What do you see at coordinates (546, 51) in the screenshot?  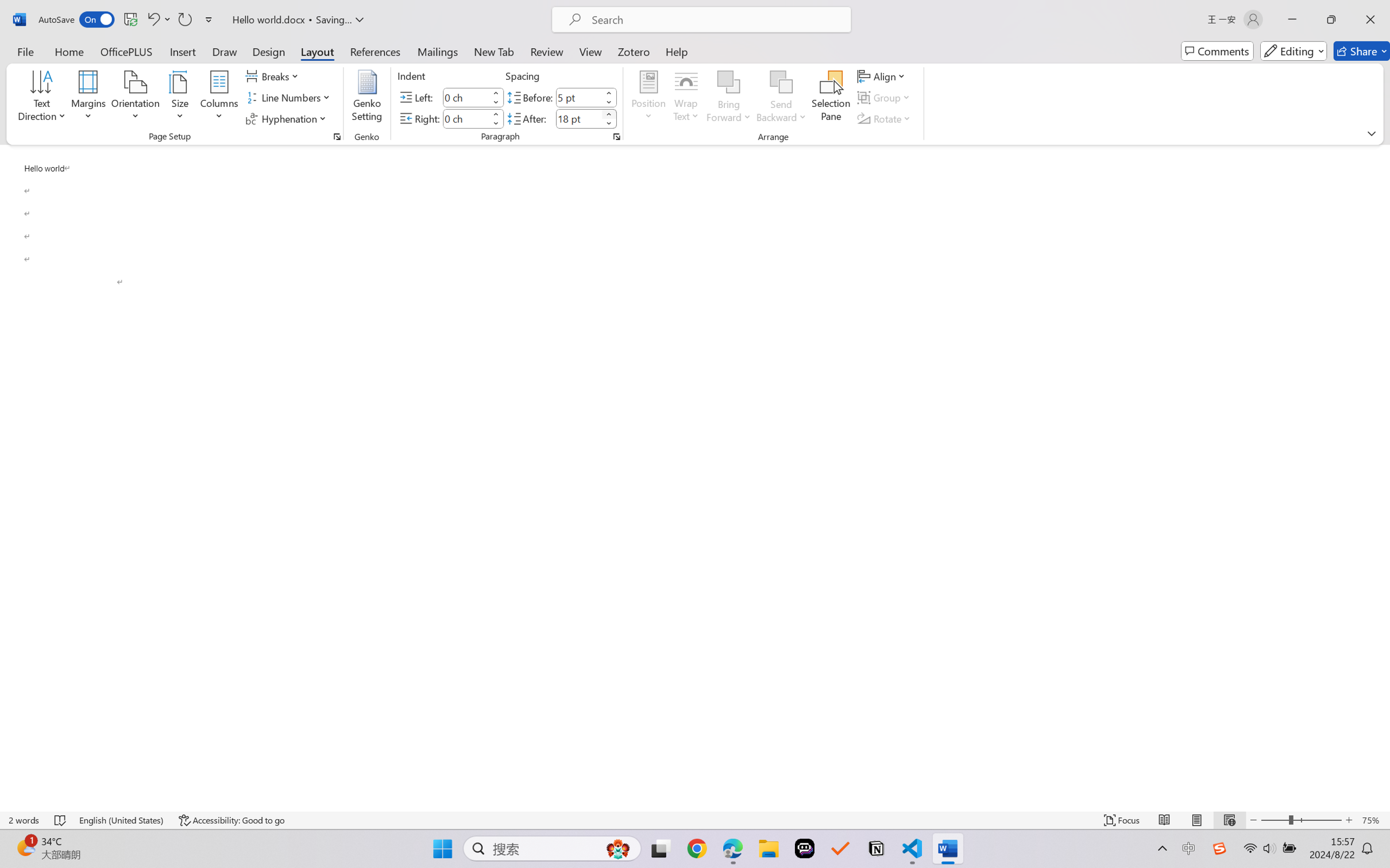 I see `'Review'` at bounding box center [546, 51].